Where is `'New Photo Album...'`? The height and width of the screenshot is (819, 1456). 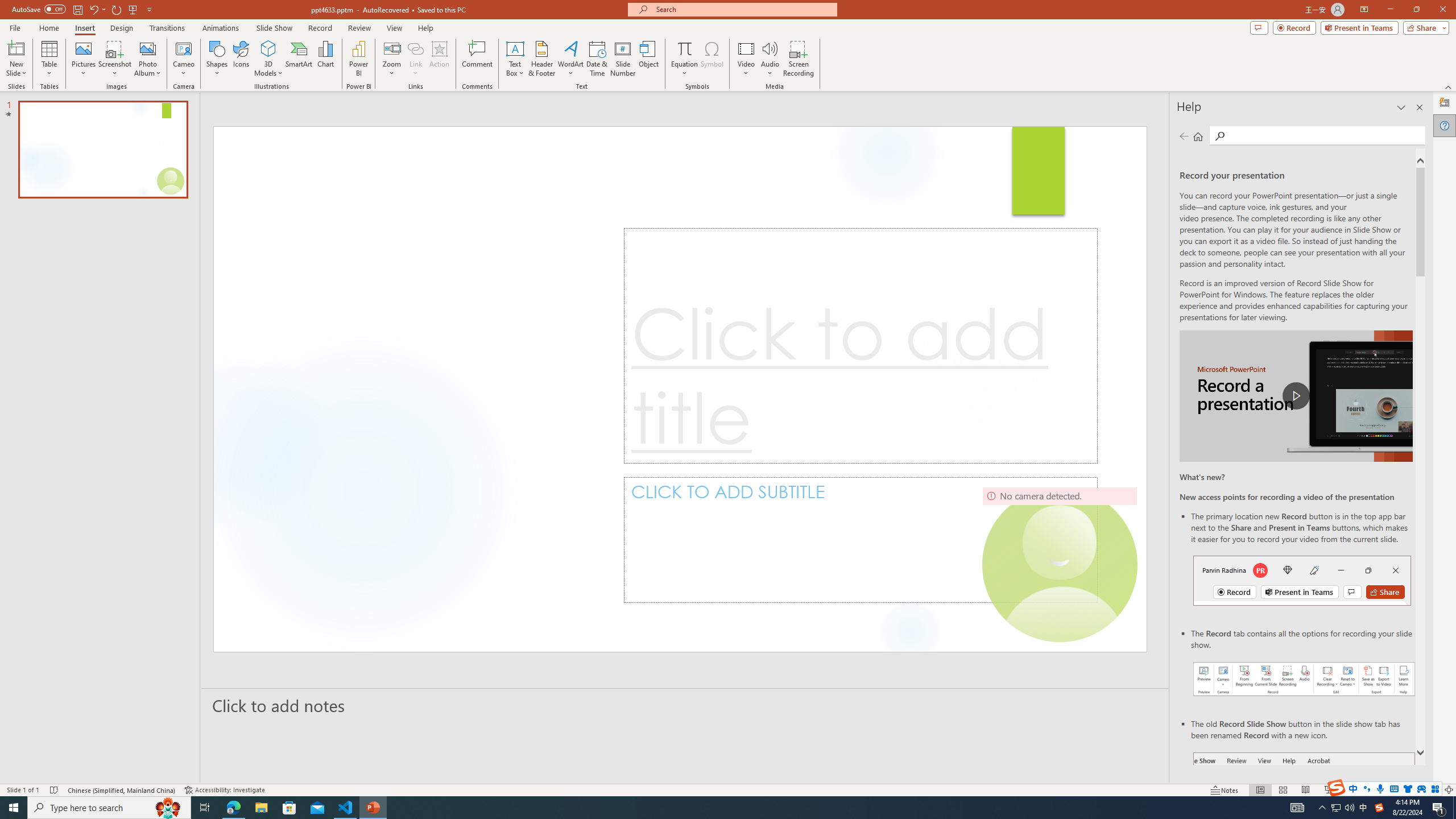
'New Photo Album...' is located at coordinates (147, 48).